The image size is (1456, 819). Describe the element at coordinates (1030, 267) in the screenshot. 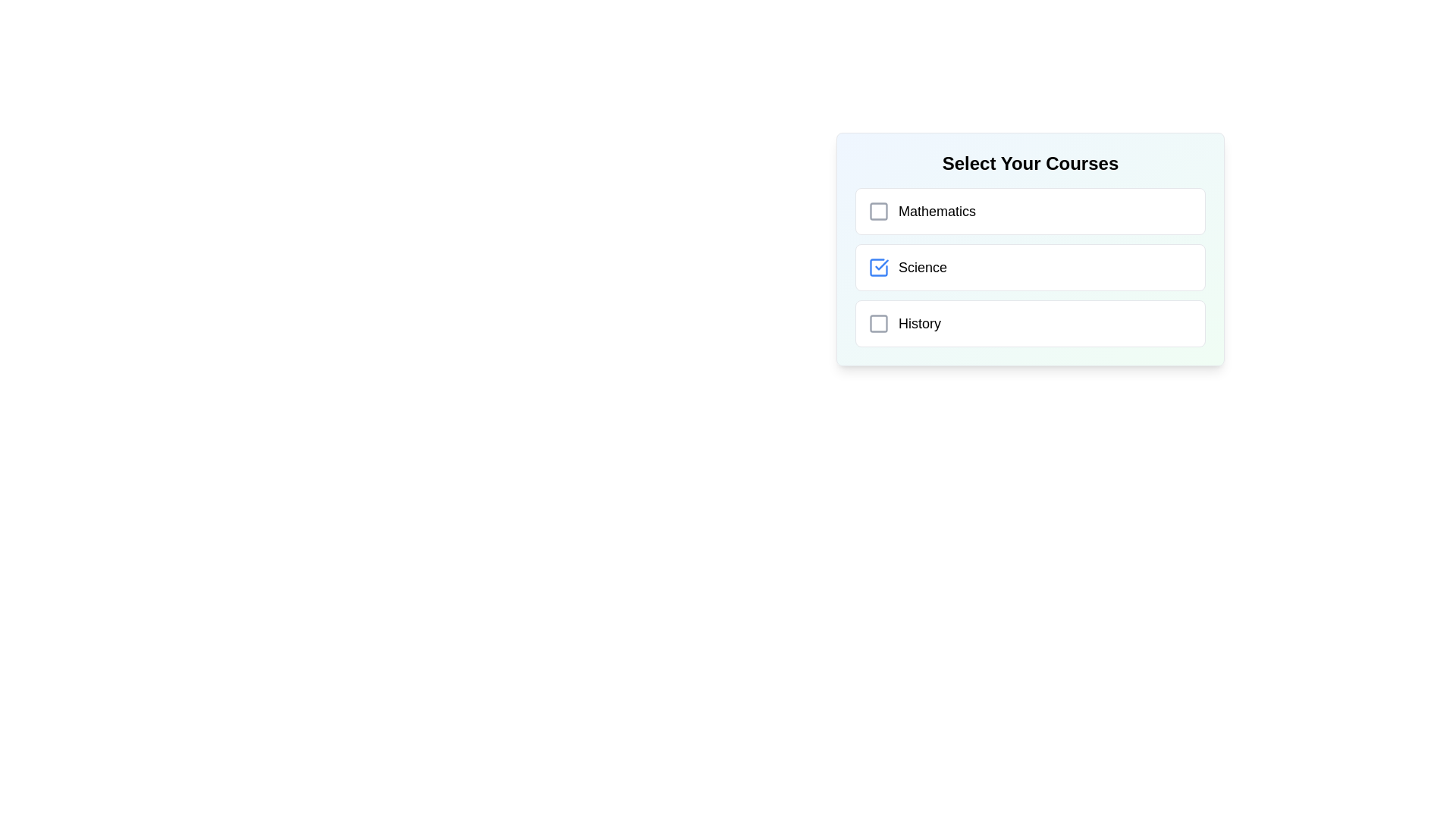

I see `the 'Science' course checkbox for potential rearrangement within the checkbox list for course selection` at that location.